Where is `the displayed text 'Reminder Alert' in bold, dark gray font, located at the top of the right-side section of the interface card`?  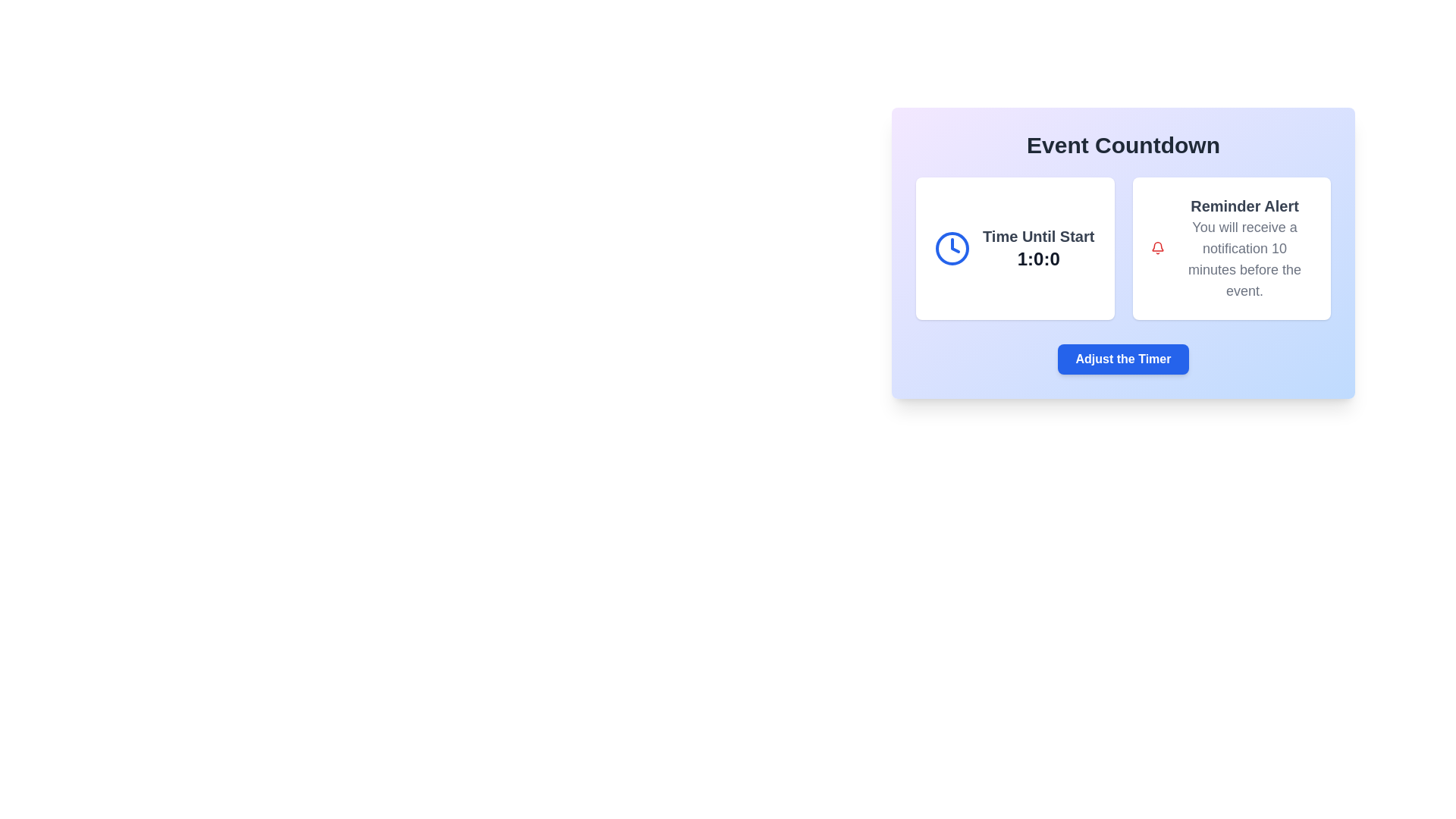
the displayed text 'Reminder Alert' in bold, dark gray font, located at the top of the right-side section of the interface card is located at coordinates (1244, 206).